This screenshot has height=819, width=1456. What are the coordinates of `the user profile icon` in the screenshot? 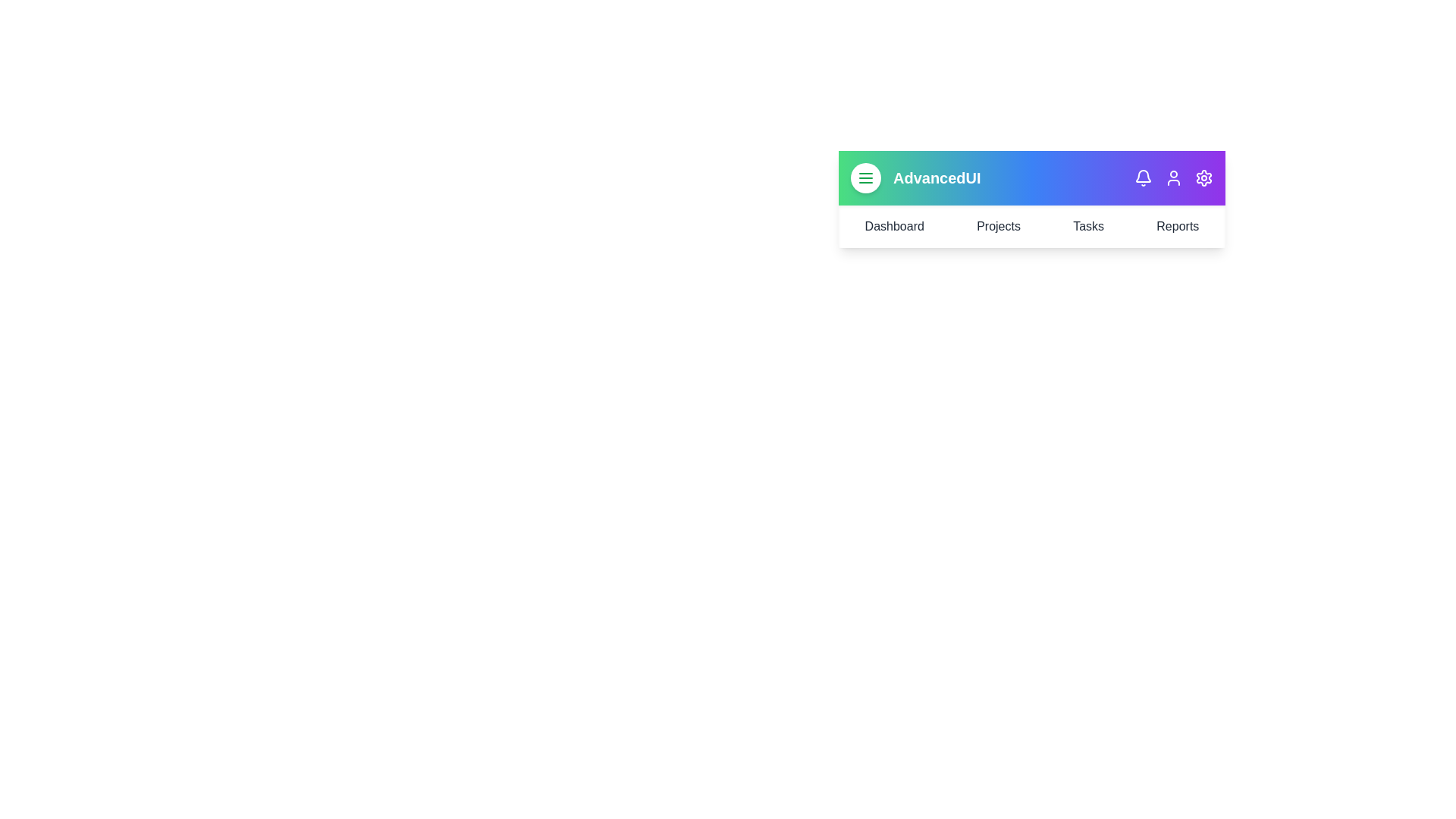 It's located at (1173, 177).